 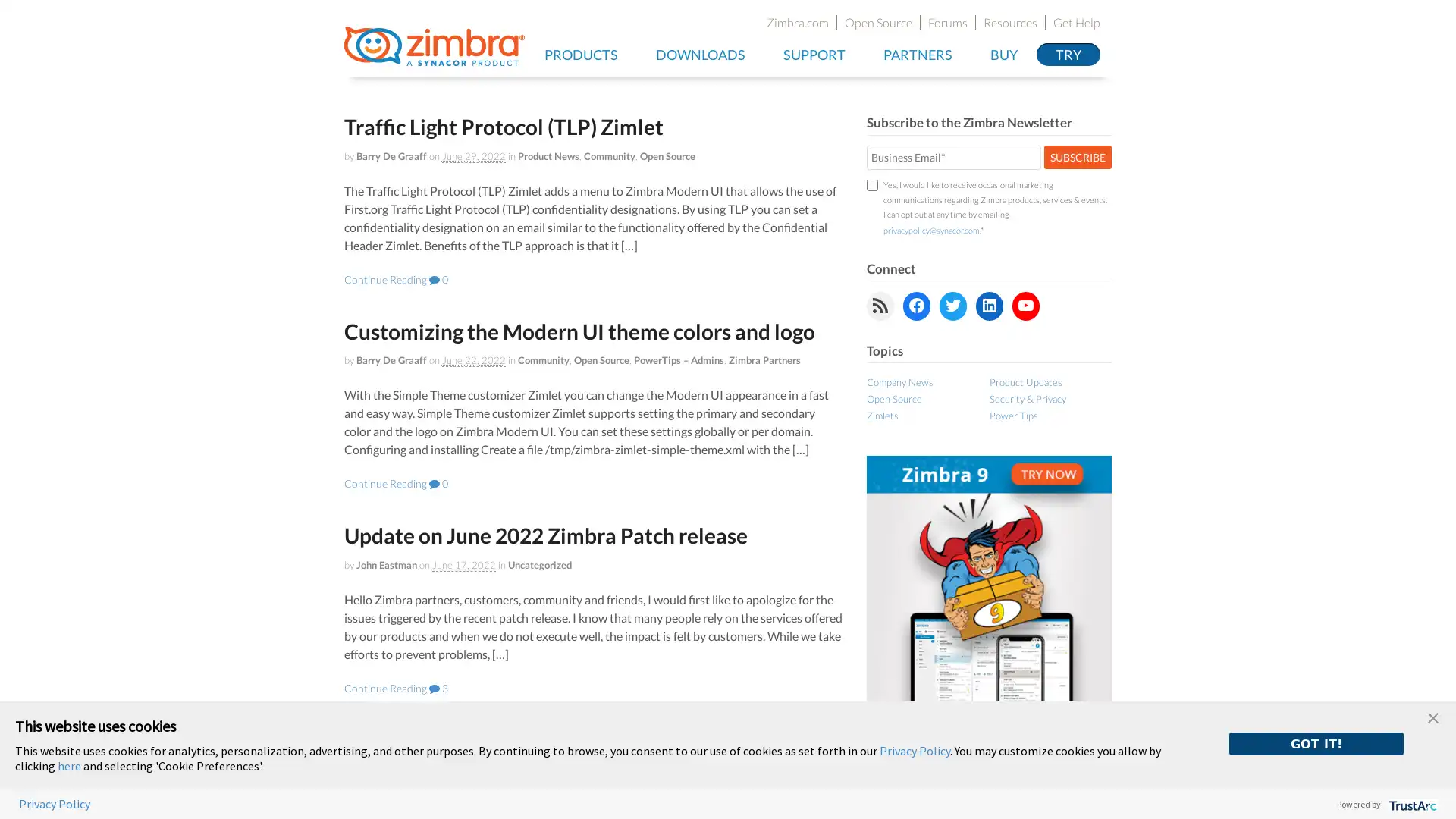 I want to click on GOT IT!, so click(x=1316, y=742).